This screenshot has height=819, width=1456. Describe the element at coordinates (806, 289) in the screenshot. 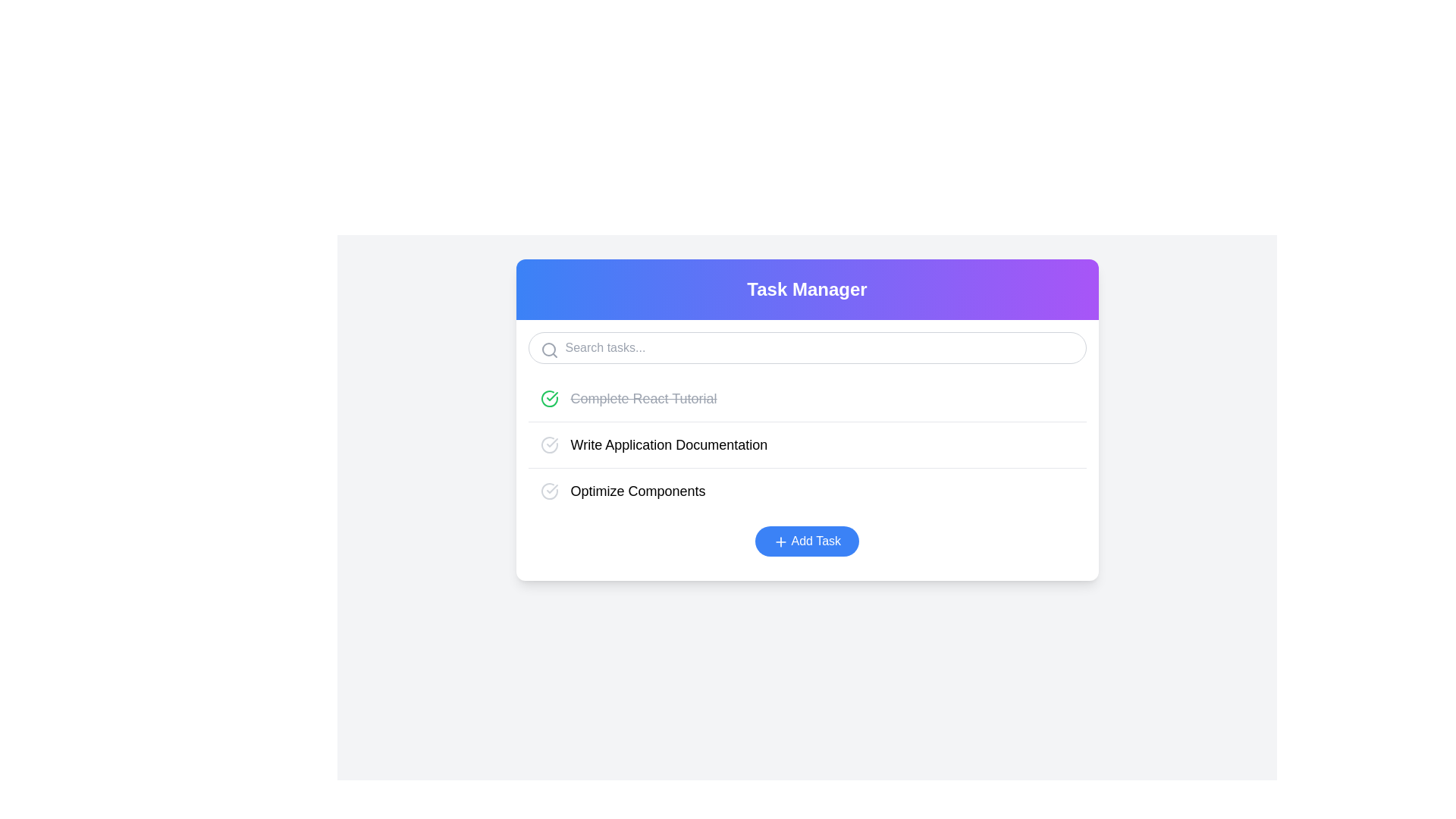

I see `the 'Task Manager' text label which is prominently displayed in a bold font style within a colored header bar at the top of the interface` at that location.